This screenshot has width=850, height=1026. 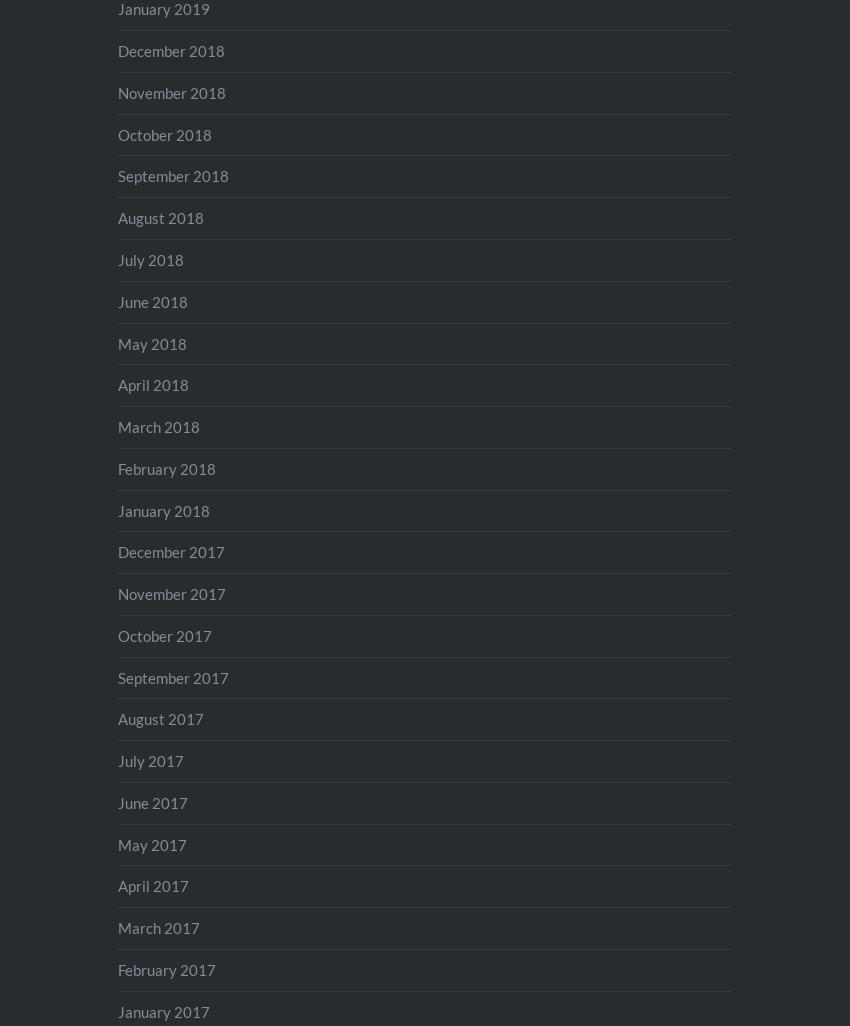 I want to click on 'August 2017', so click(x=160, y=719).